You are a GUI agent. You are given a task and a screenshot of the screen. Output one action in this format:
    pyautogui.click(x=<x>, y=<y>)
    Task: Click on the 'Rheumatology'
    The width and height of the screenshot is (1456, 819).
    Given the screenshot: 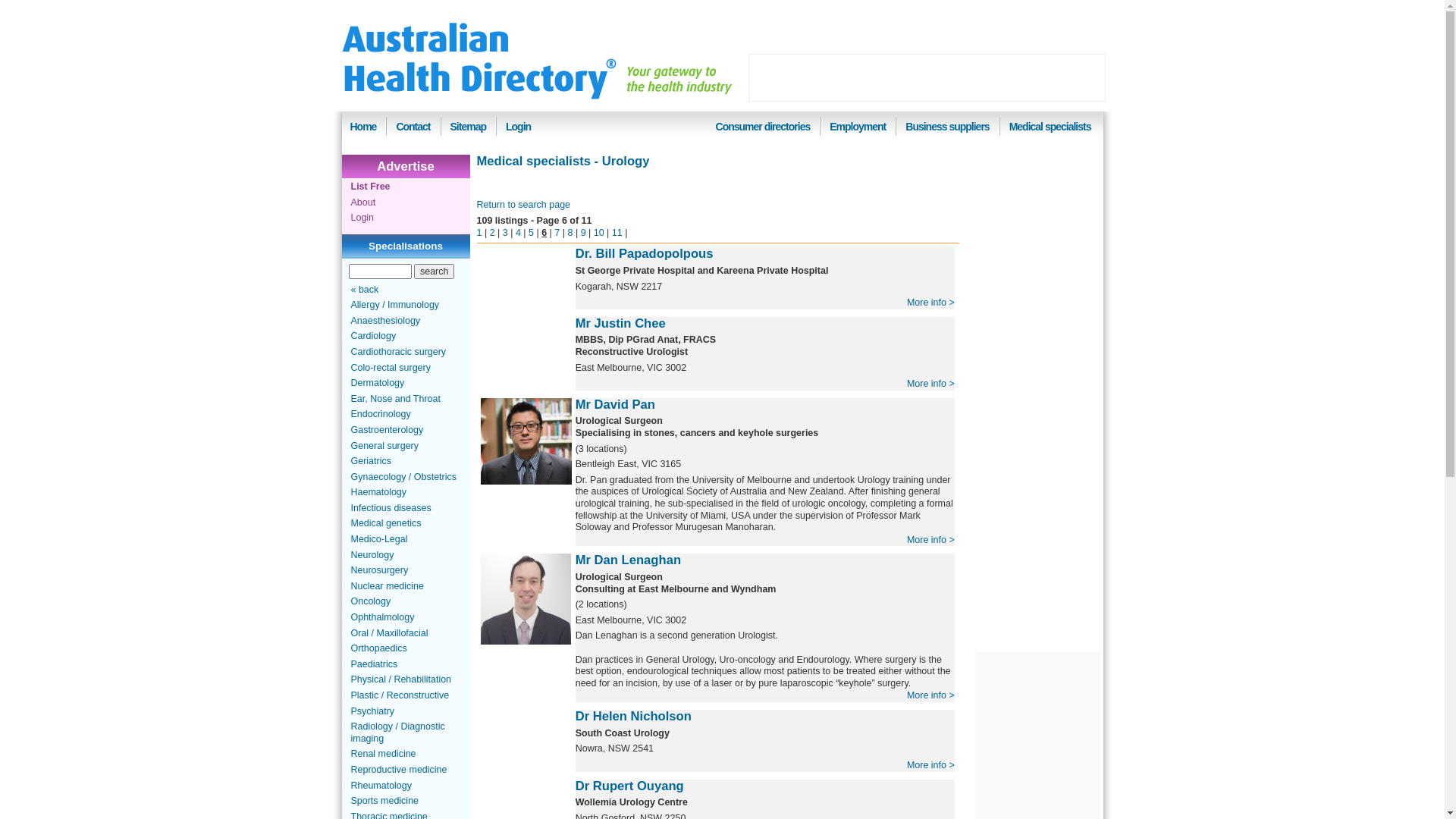 What is the action you would take?
    pyautogui.click(x=381, y=785)
    